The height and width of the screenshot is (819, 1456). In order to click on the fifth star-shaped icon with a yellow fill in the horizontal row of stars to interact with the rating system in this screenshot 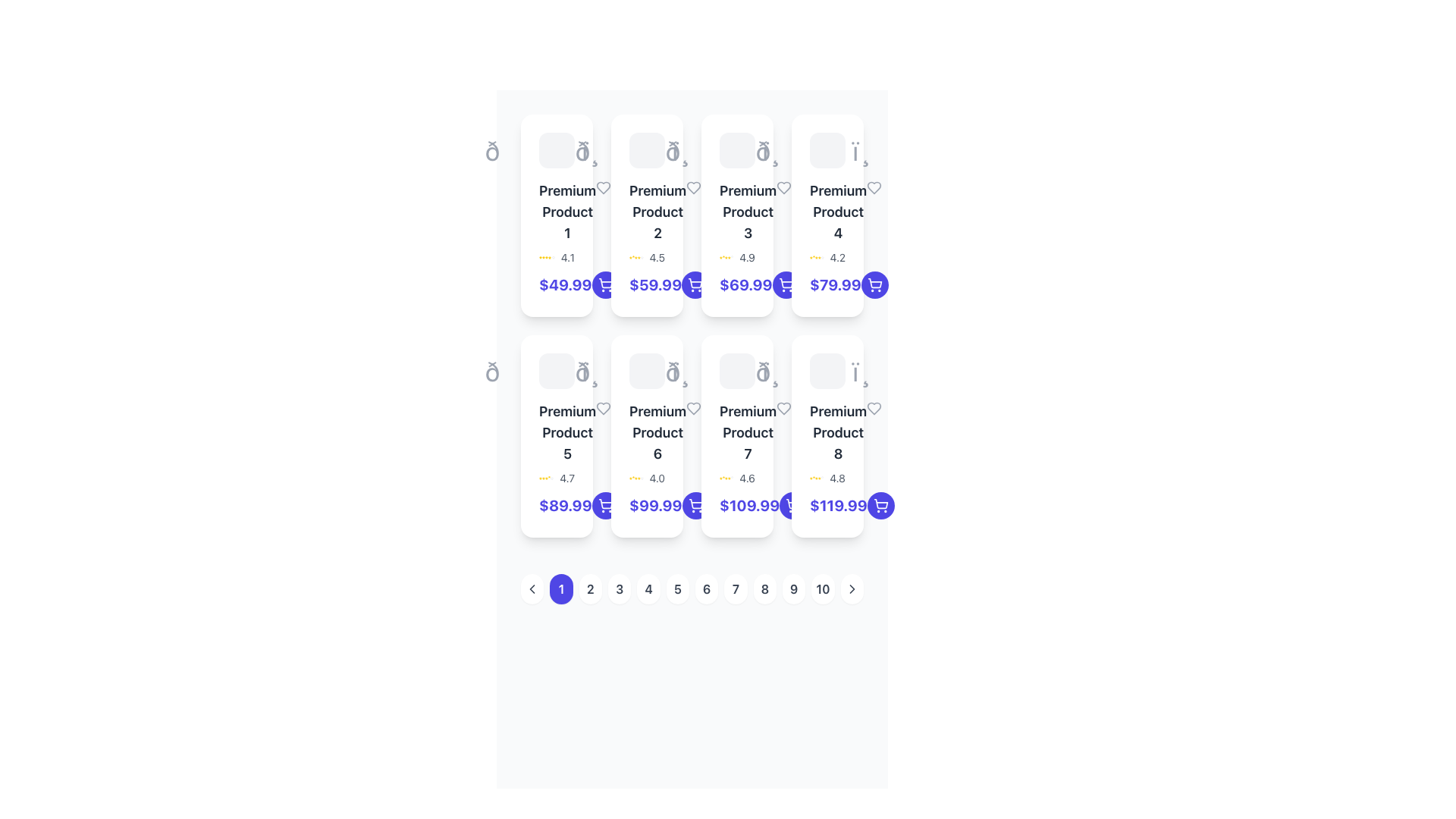, I will do `click(639, 256)`.